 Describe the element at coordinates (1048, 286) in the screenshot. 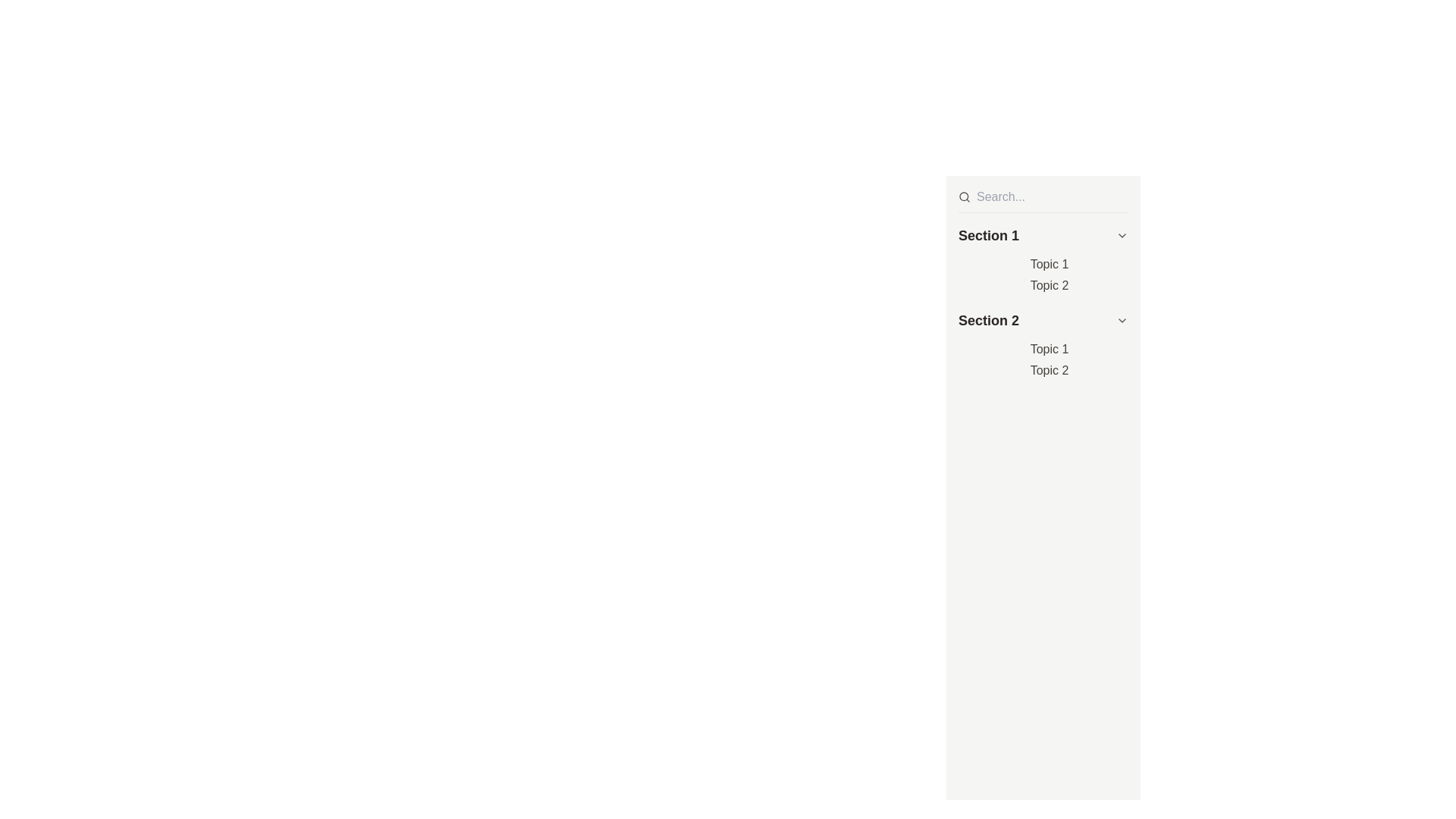

I see `text label displaying 'Topic 2' located under 'Section 1', which appears in grayish-black color with standard serif font` at that location.